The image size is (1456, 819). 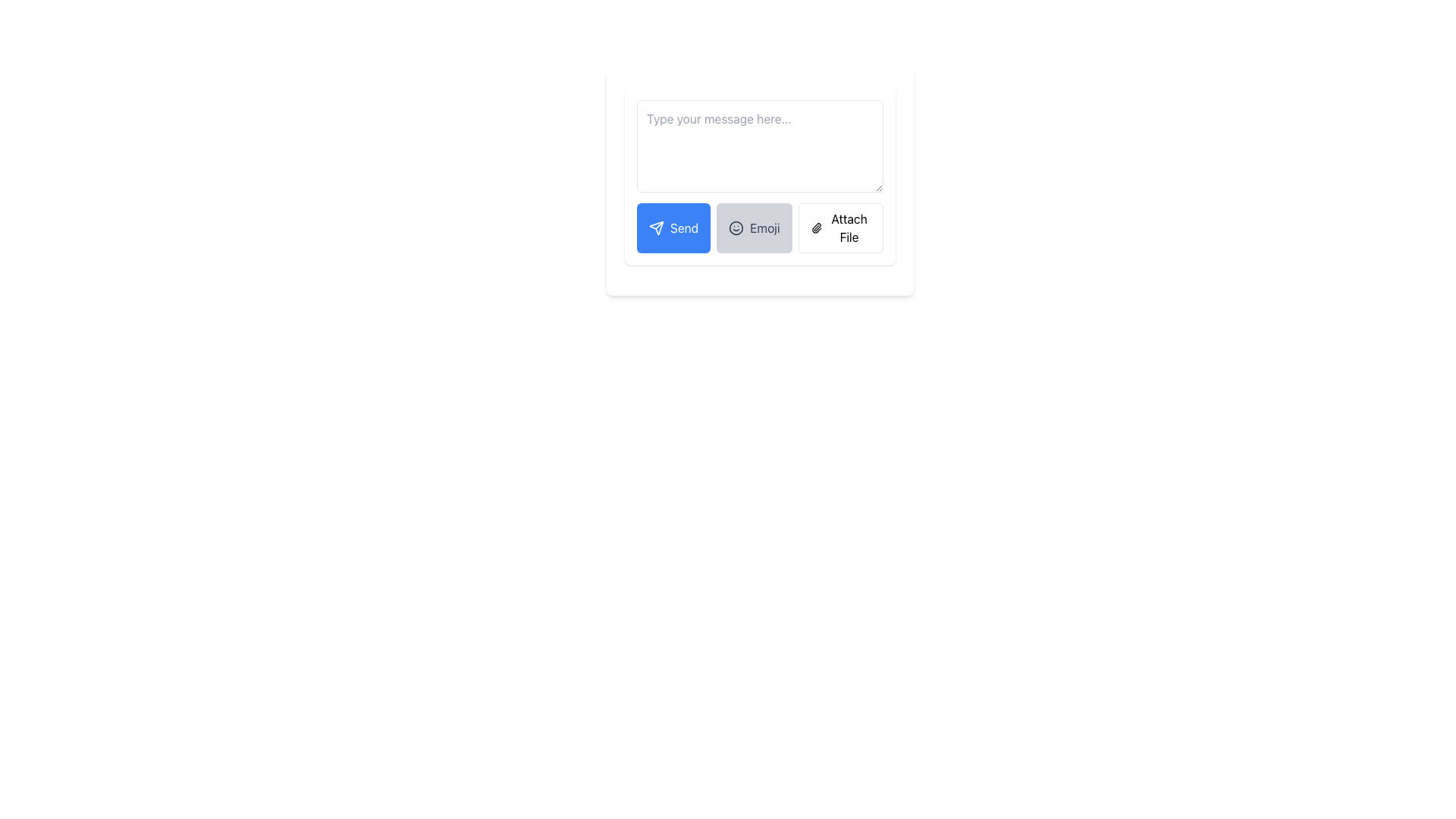 What do you see at coordinates (736, 227) in the screenshot?
I see `the SVG Circle Element that represents part of a smiley face icon located to the left of the 'Emoji' button in the toolbar below the text input field` at bounding box center [736, 227].